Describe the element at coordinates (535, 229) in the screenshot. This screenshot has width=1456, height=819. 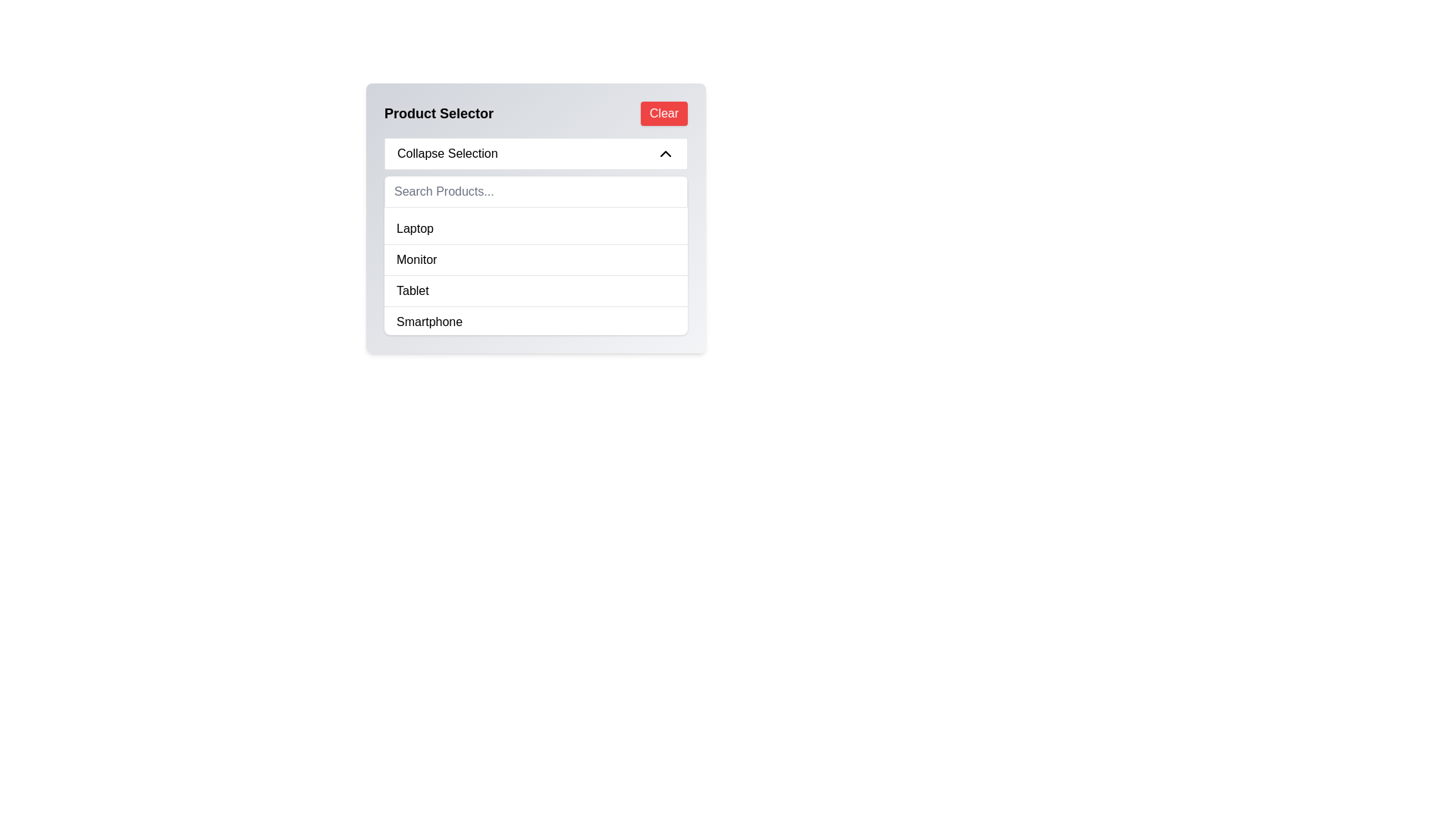
I see `to select the first list item labeled 'Laptop' in the dropdown menu titled 'Product Selector', which is styled with a hoverable background color change effect` at that location.